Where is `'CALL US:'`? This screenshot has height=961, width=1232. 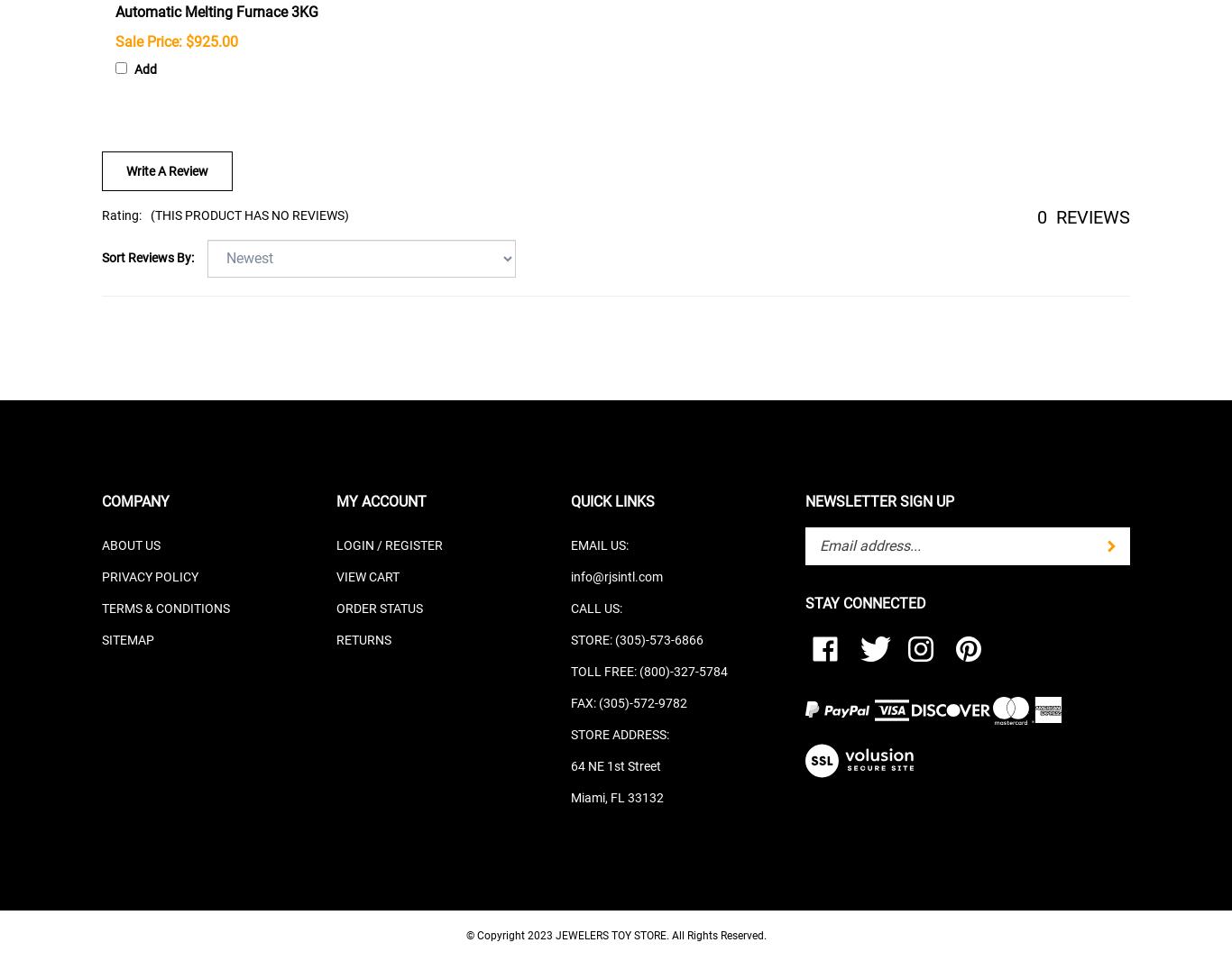
'CALL US:' is located at coordinates (594, 607).